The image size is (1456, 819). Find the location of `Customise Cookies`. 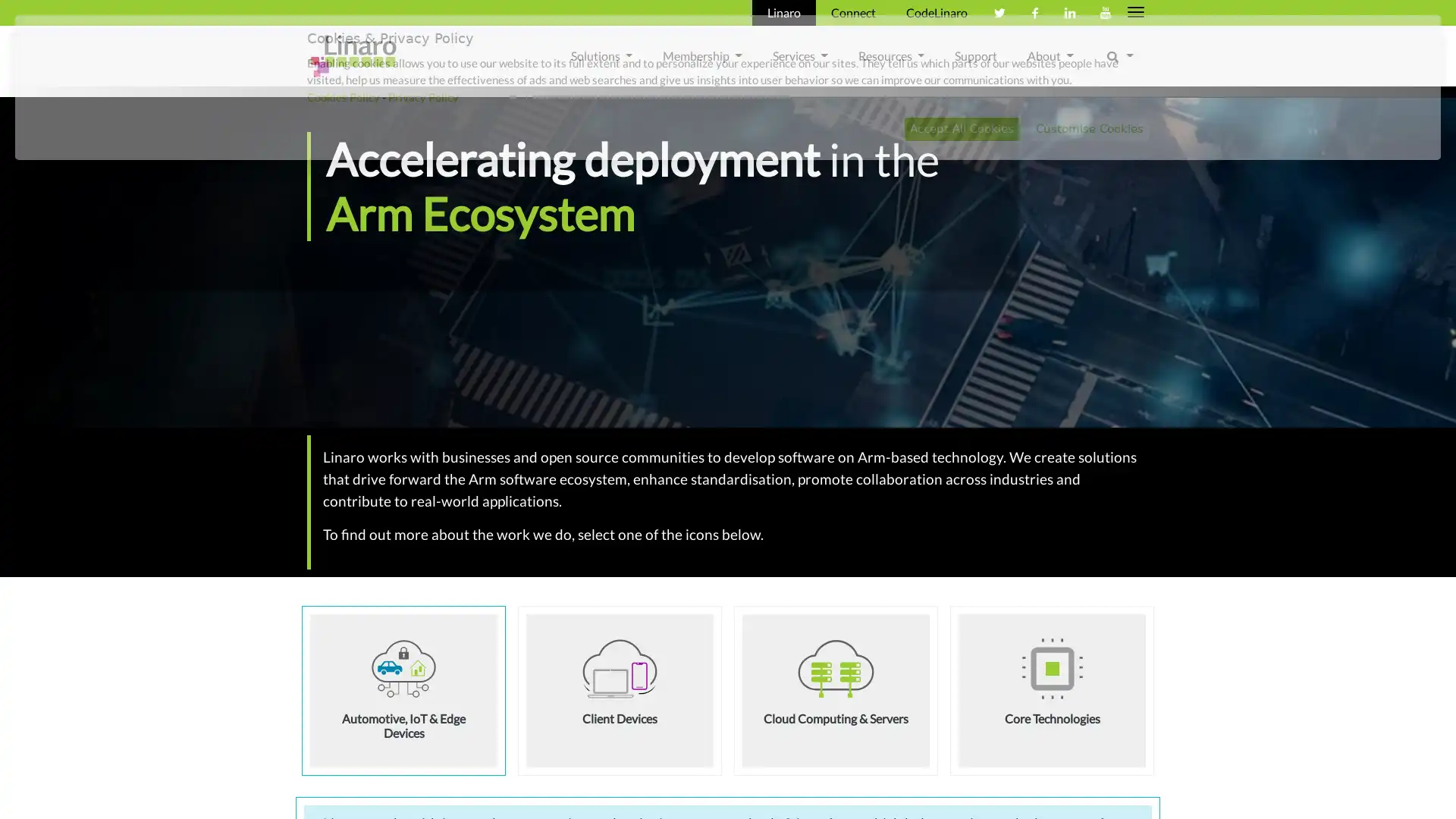

Customise Cookies is located at coordinates (1088, 128).